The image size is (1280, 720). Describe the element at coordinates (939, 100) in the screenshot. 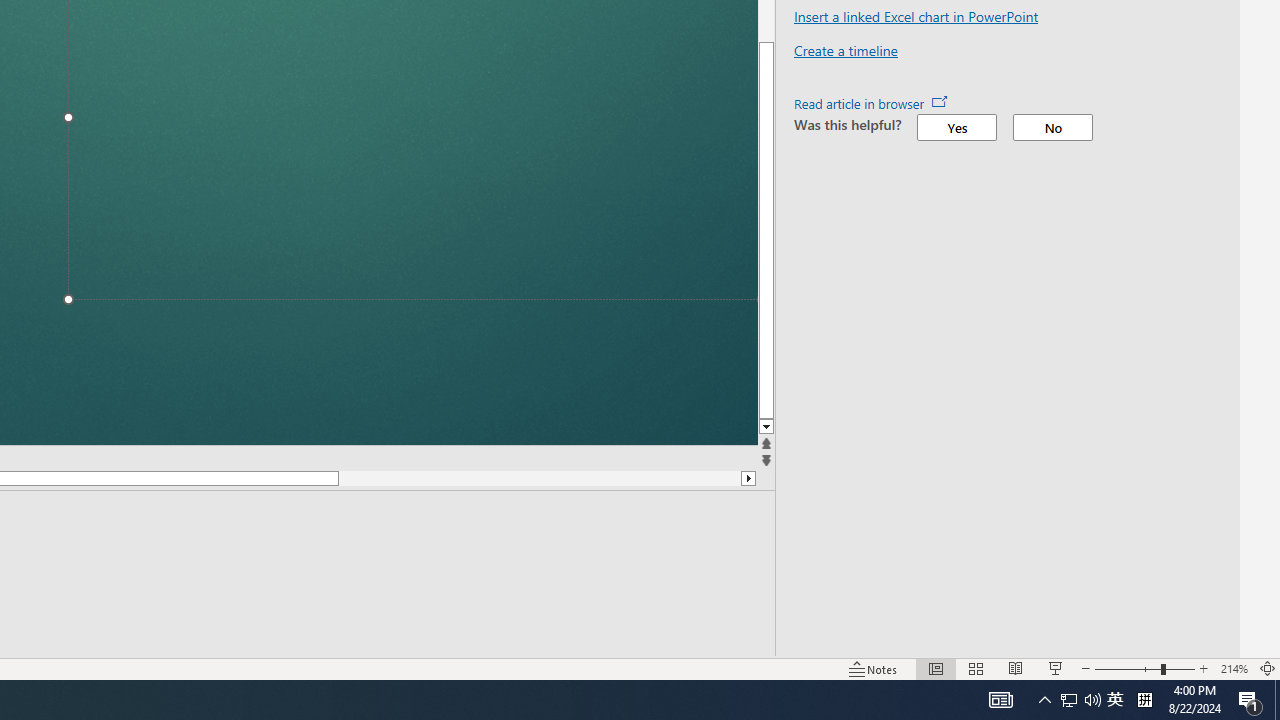

I see `'openinnewwindow icon'` at that location.